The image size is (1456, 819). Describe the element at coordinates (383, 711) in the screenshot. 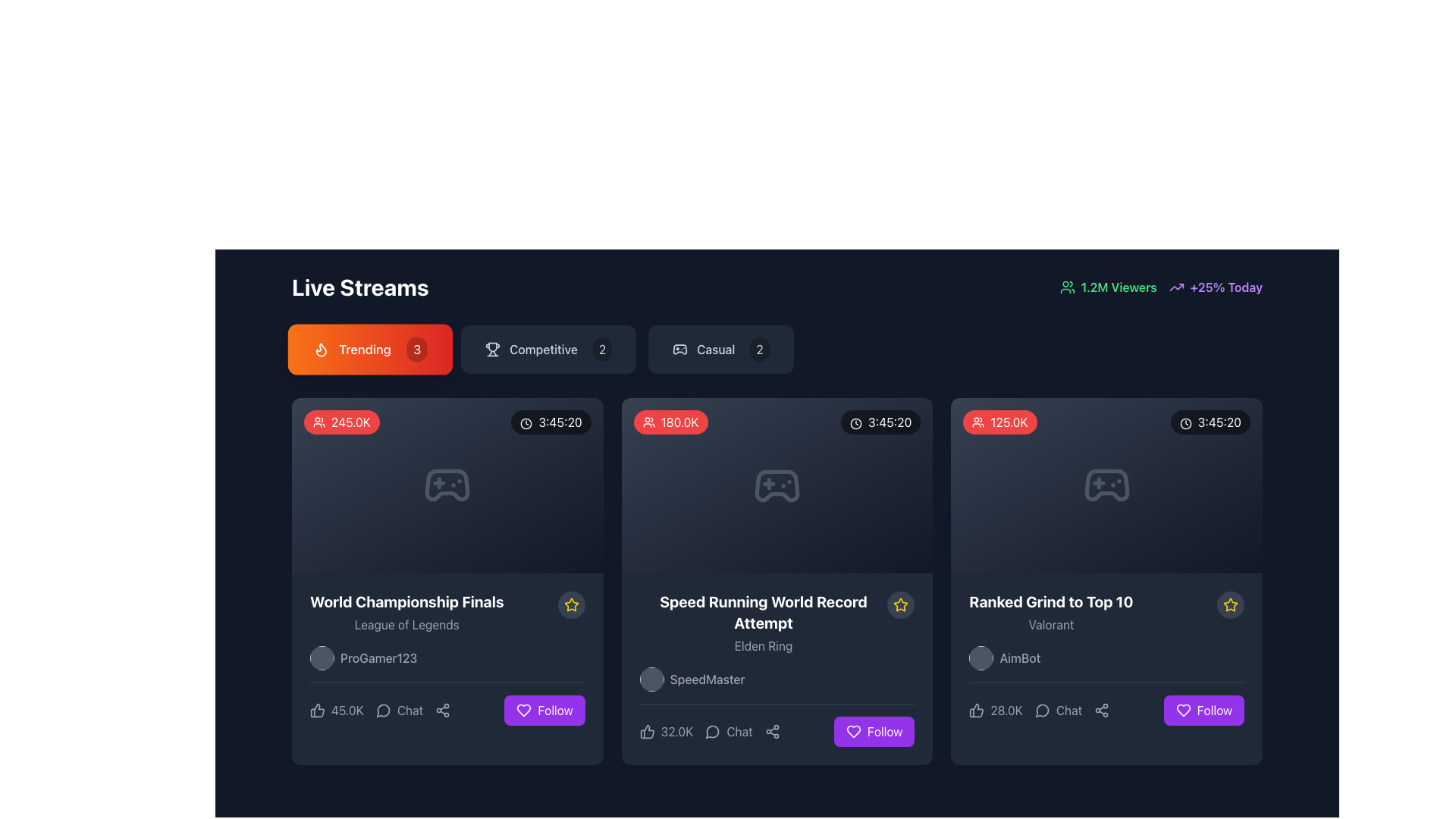

I see `the chat icon located within the 'World Championship Finals' card, positioned second from the left among action icons` at that location.